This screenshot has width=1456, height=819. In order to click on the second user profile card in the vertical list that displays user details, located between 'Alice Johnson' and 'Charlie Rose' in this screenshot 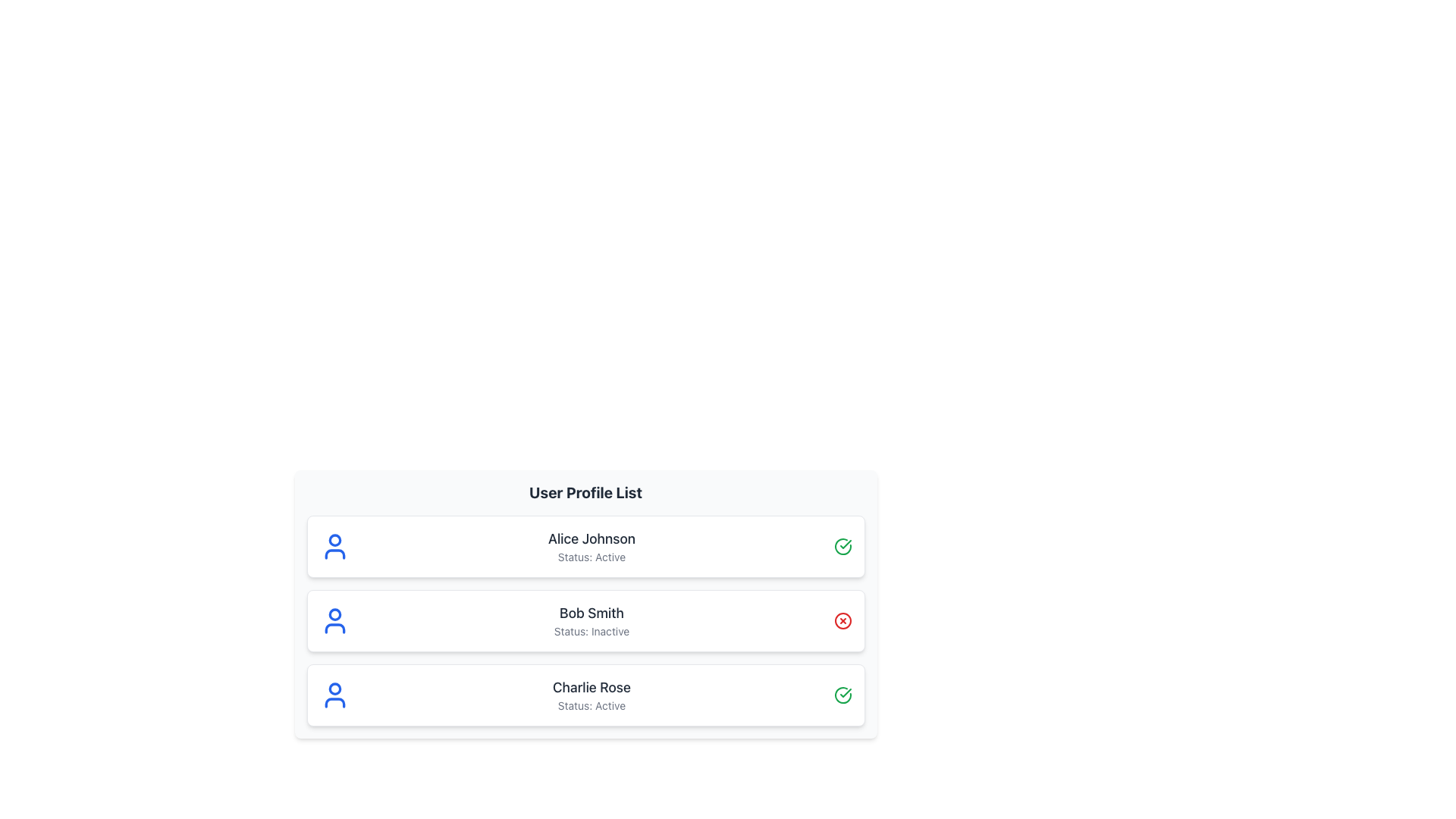, I will do `click(585, 620)`.